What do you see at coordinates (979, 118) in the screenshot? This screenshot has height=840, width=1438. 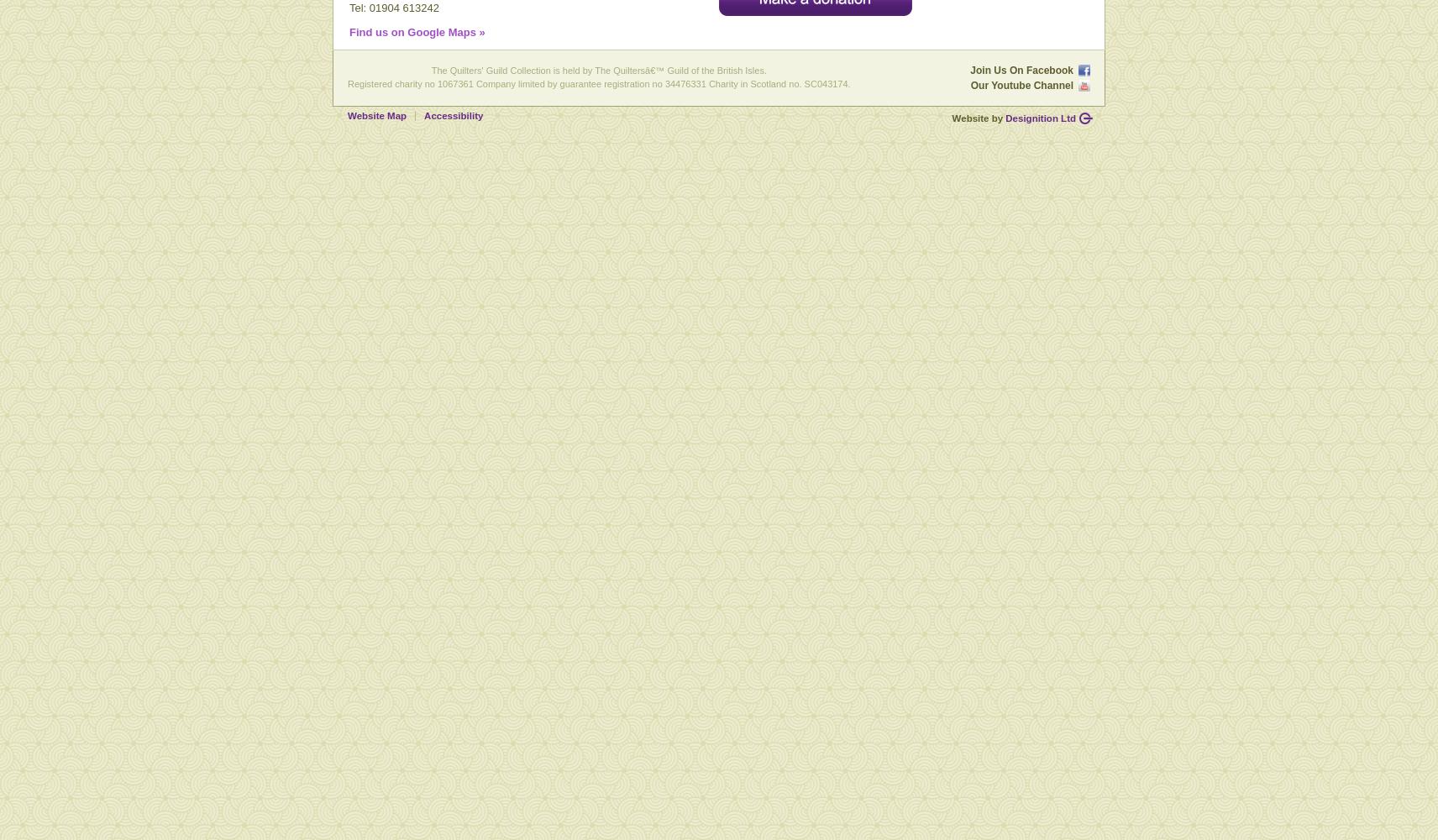 I see `'Website by'` at bounding box center [979, 118].